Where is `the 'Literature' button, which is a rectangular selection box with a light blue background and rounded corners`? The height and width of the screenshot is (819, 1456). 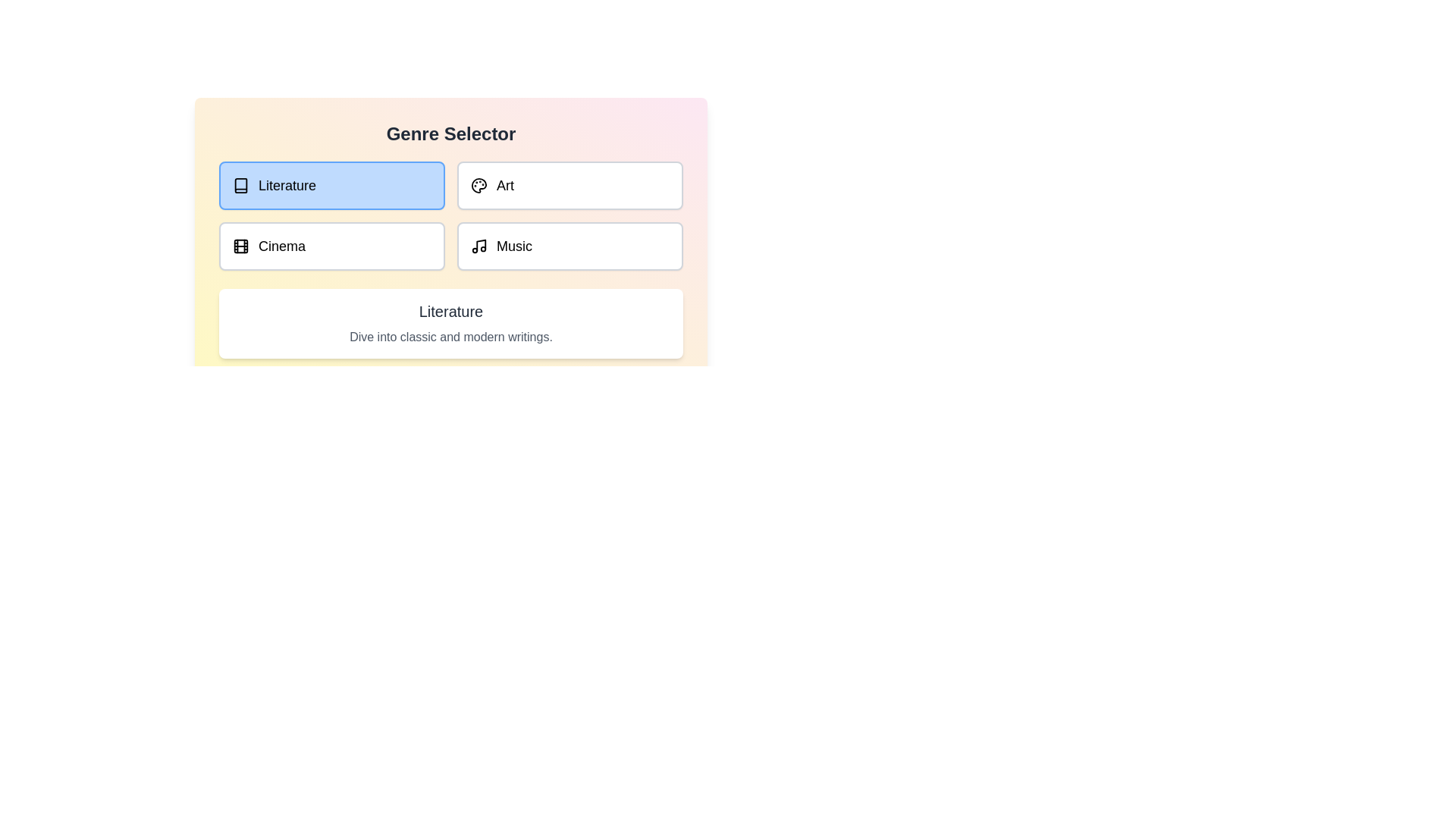
the 'Literature' button, which is a rectangular selection box with a light blue background and rounded corners is located at coordinates (331, 185).